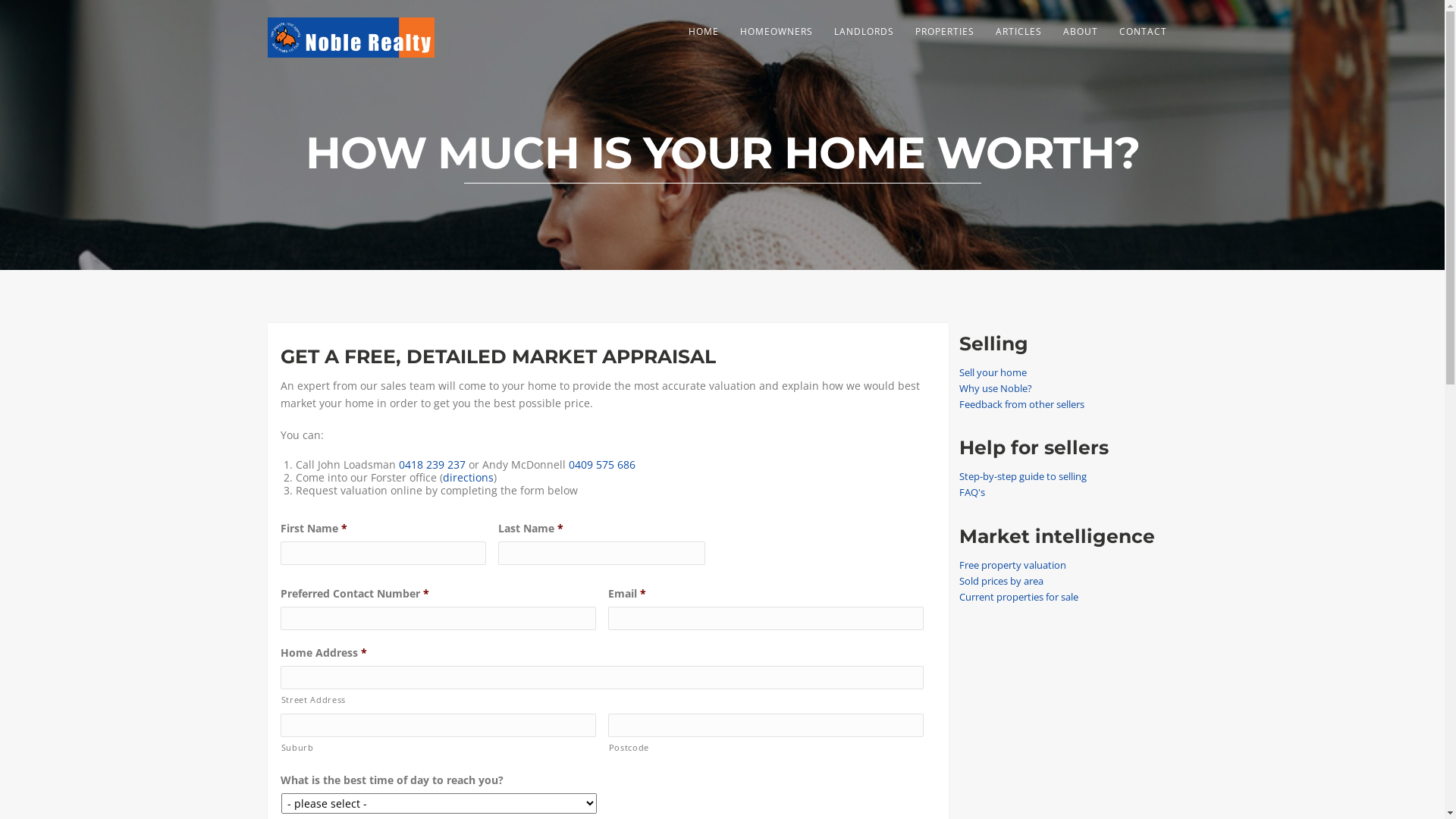 The width and height of the screenshot is (1456, 819). I want to click on 'ARTICLES', so click(1018, 32).